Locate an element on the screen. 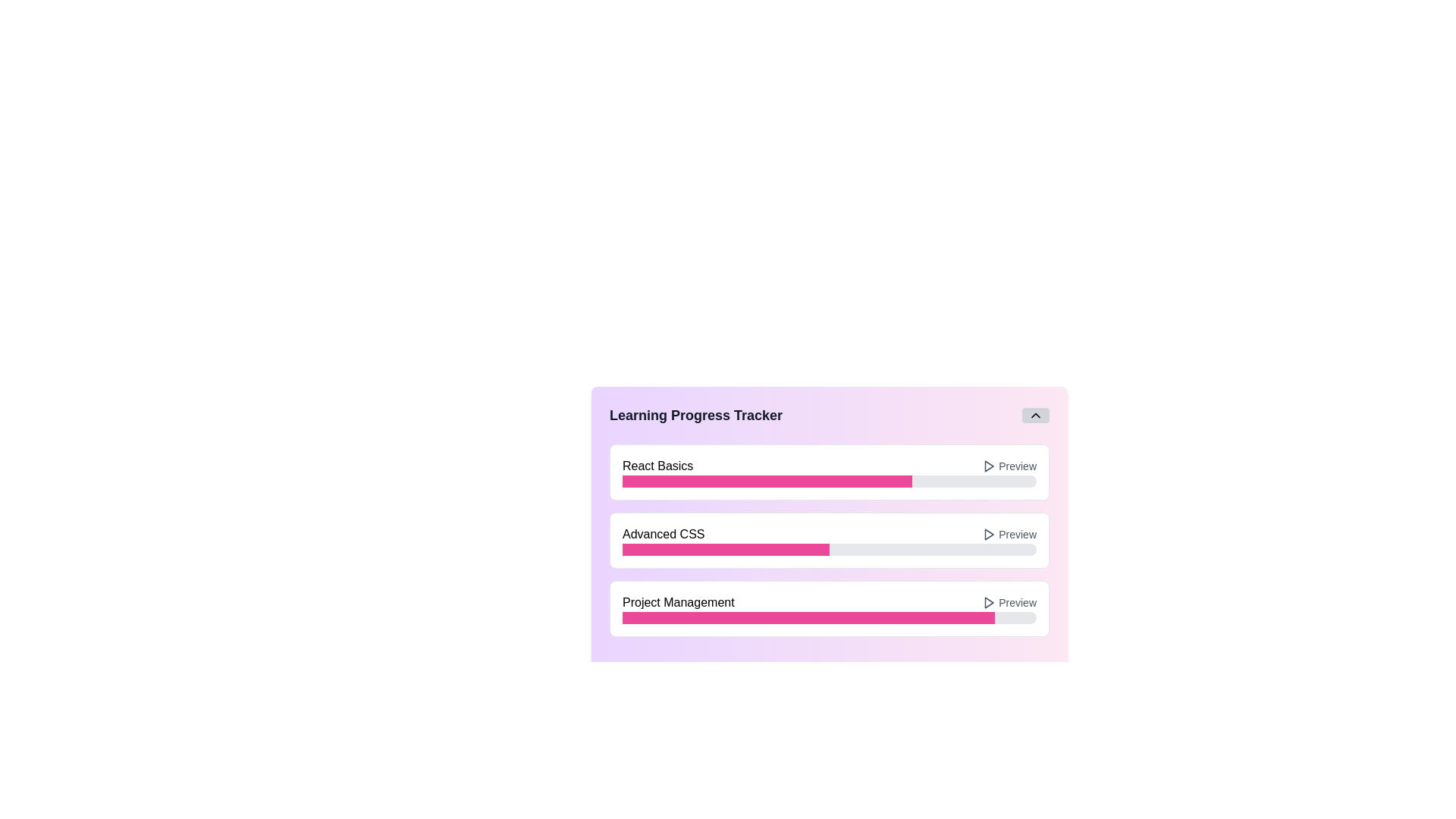 The height and width of the screenshot is (819, 1456). the horizontal progress bar with a gray background and a pink indicator, located below the 'Advanced CSS' label in the 'Learning Progress Tracker' interface is located at coordinates (829, 550).